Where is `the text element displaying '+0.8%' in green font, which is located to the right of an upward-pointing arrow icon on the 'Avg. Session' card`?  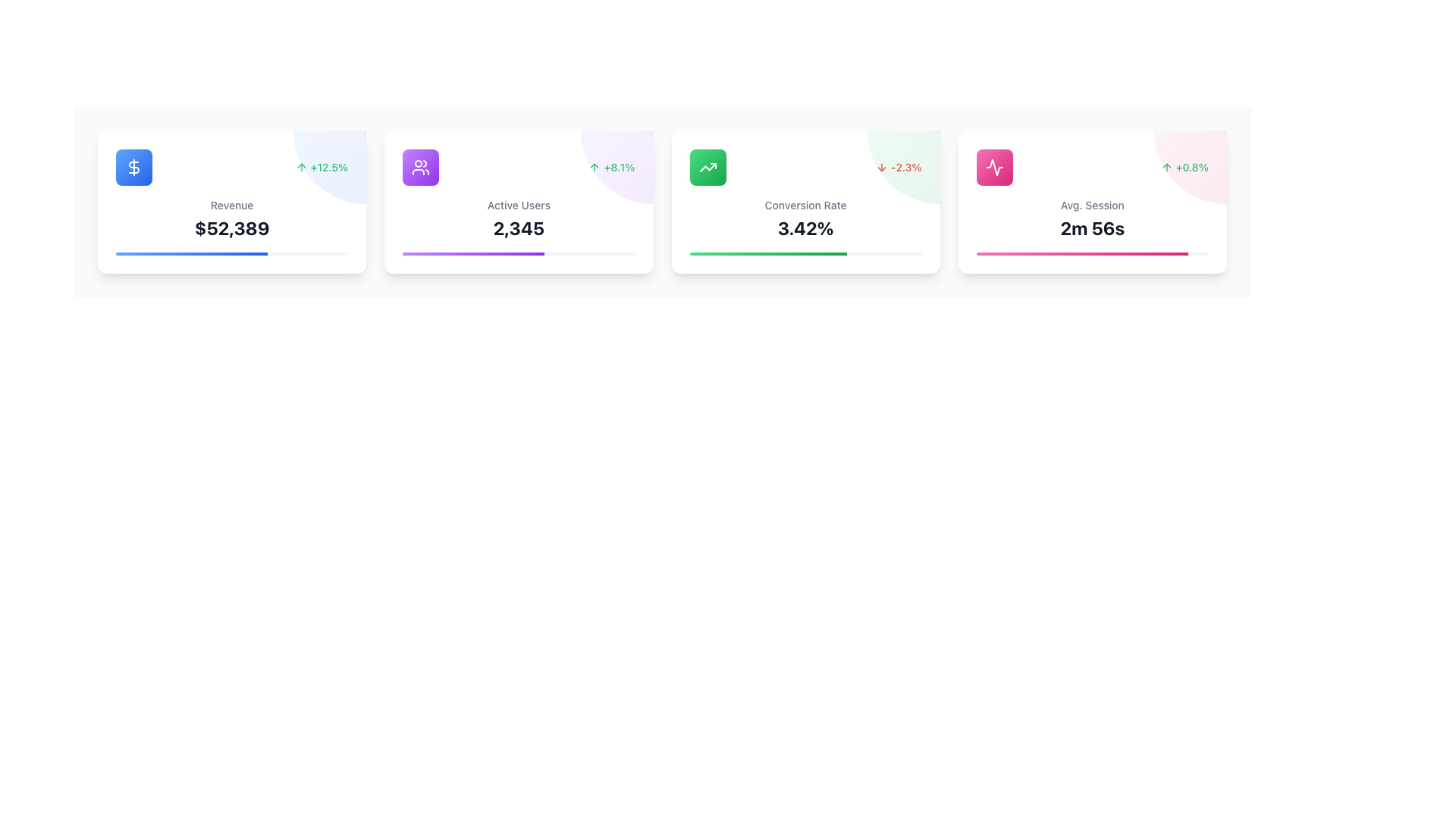
the text element displaying '+0.8%' in green font, which is located to the right of an upward-pointing arrow icon on the 'Avg. Session' card is located at coordinates (1191, 167).